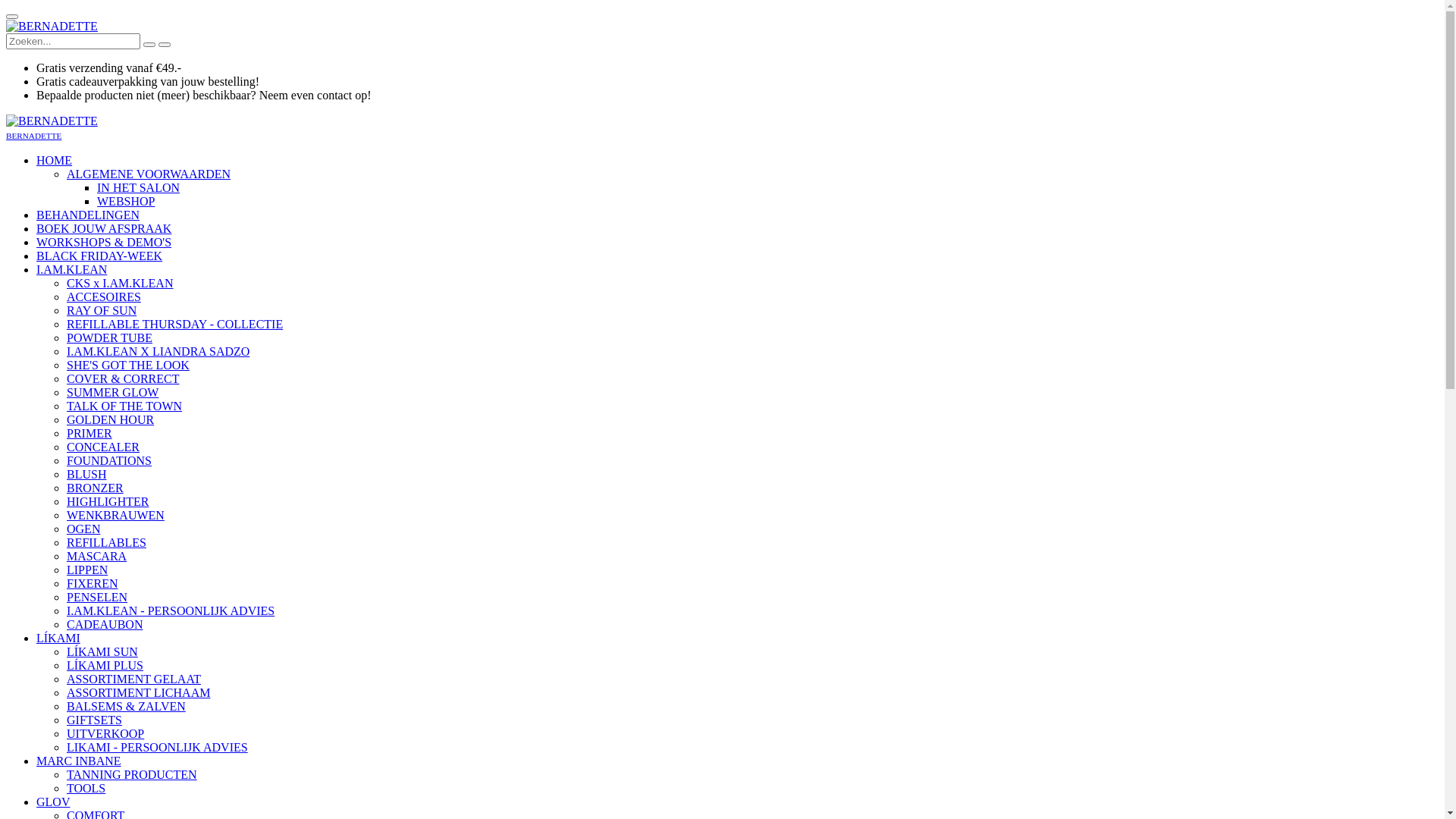 This screenshot has width=1456, height=819. What do you see at coordinates (33, 133) in the screenshot?
I see `'BERNADETTE'` at bounding box center [33, 133].